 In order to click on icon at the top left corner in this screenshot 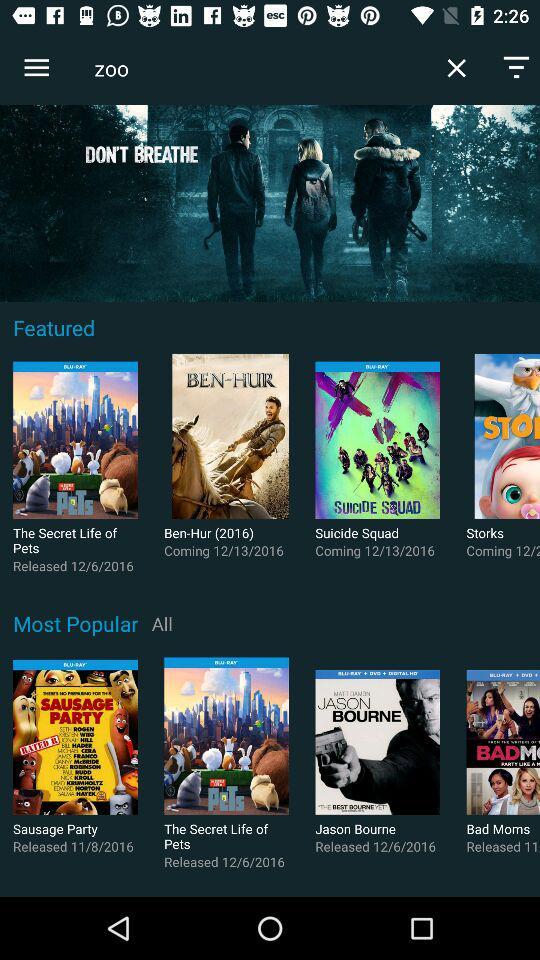, I will do `click(36, 68)`.